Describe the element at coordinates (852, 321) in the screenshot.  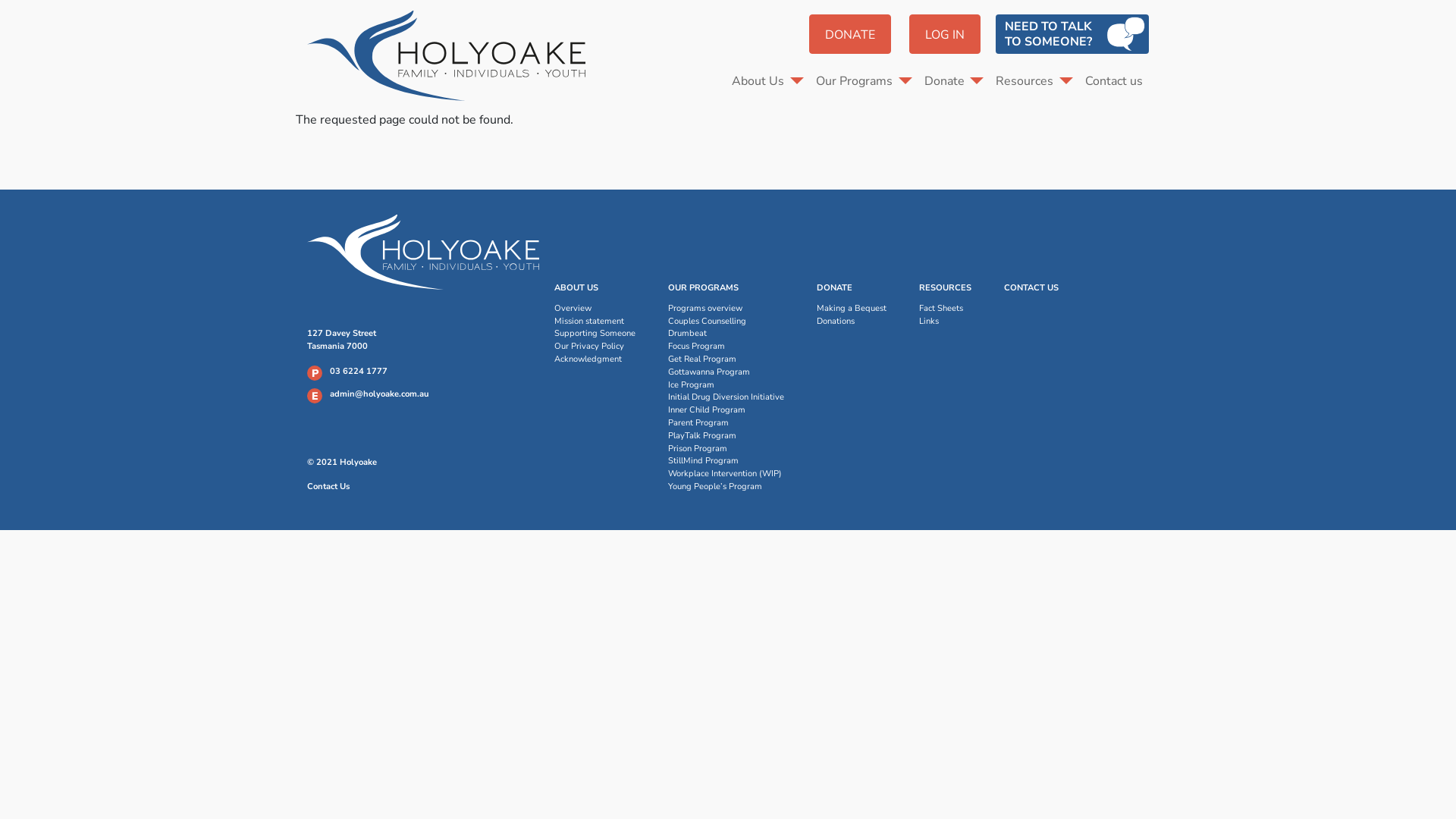
I see `'Donations'` at that location.